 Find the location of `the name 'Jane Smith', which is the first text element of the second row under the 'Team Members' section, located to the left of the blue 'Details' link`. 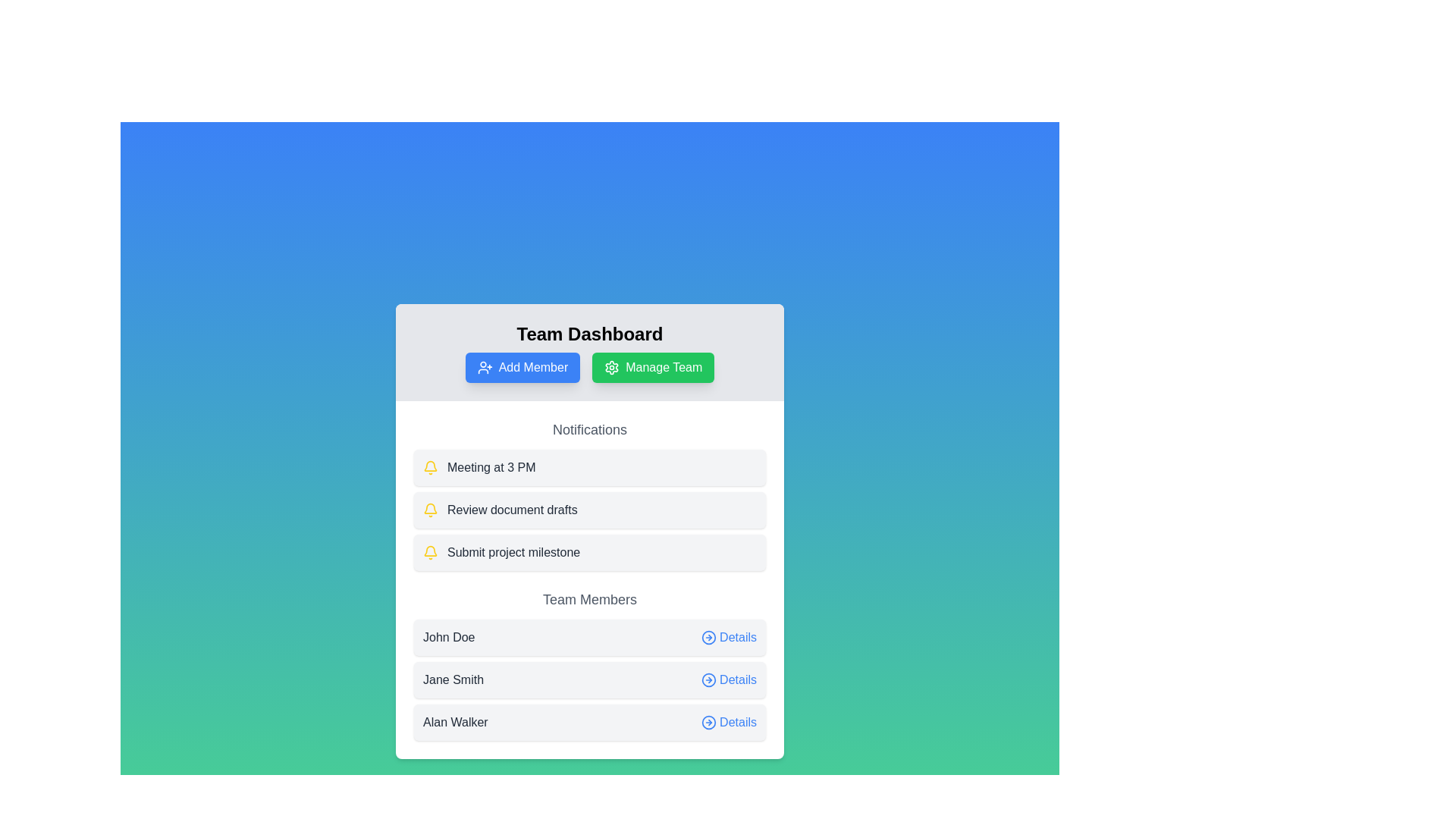

the name 'Jane Smith', which is the first text element of the second row under the 'Team Members' section, located to the left of the blue 'Details' link is located at coordinates (453, 679).